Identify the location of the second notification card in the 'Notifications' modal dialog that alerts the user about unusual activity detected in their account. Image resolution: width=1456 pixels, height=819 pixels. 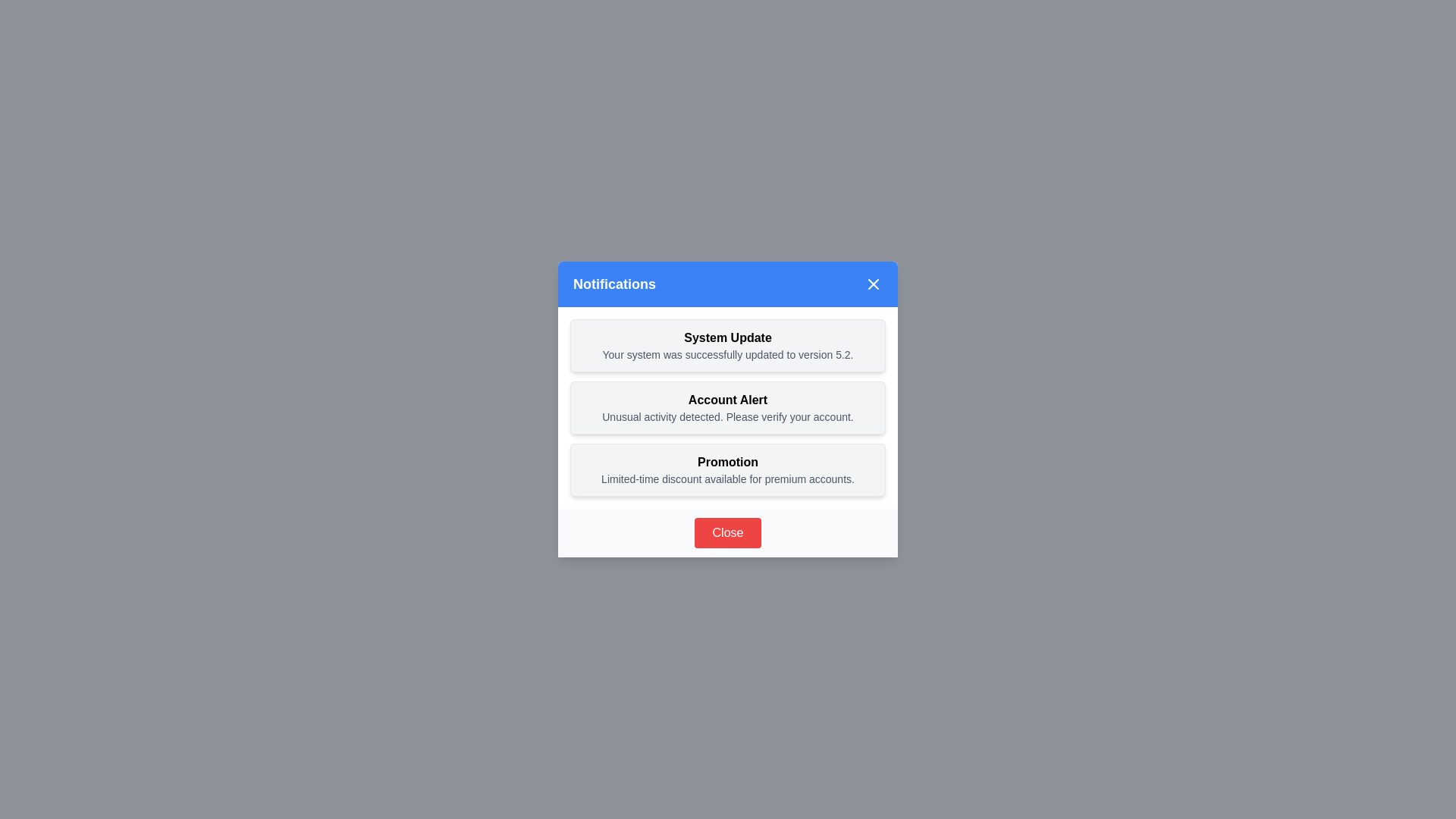
(728, 406).